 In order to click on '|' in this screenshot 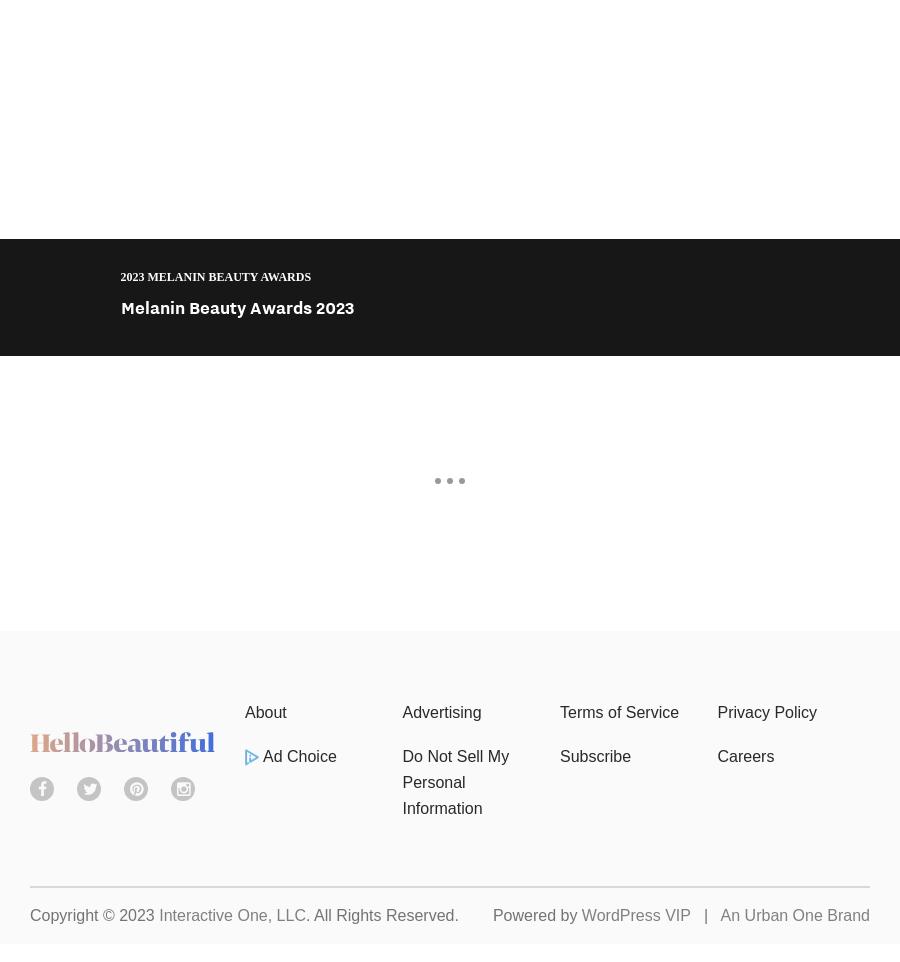, I will do `click(689, 915)`.